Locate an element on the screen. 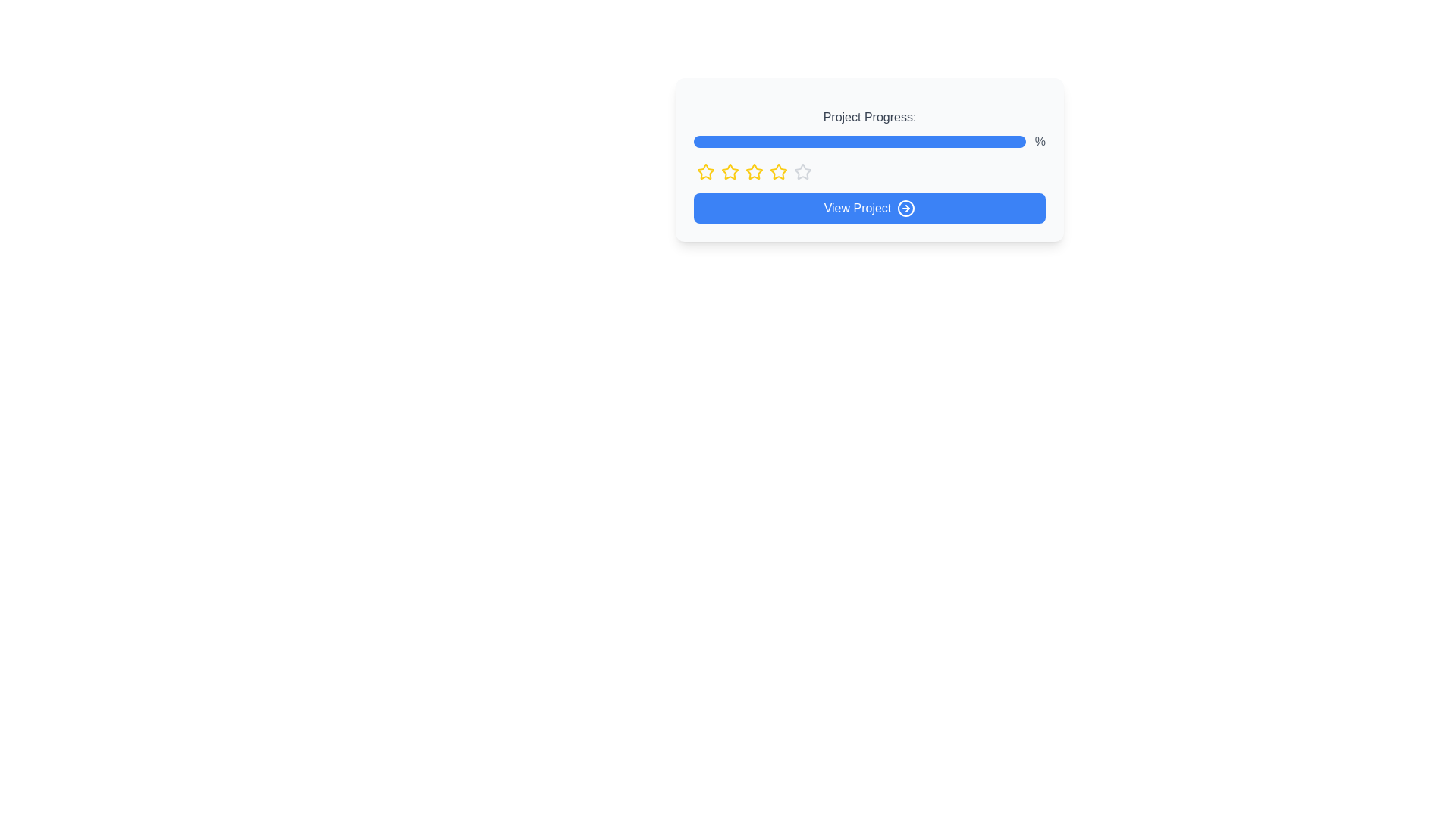  progress is located at coordinates (723, 141).